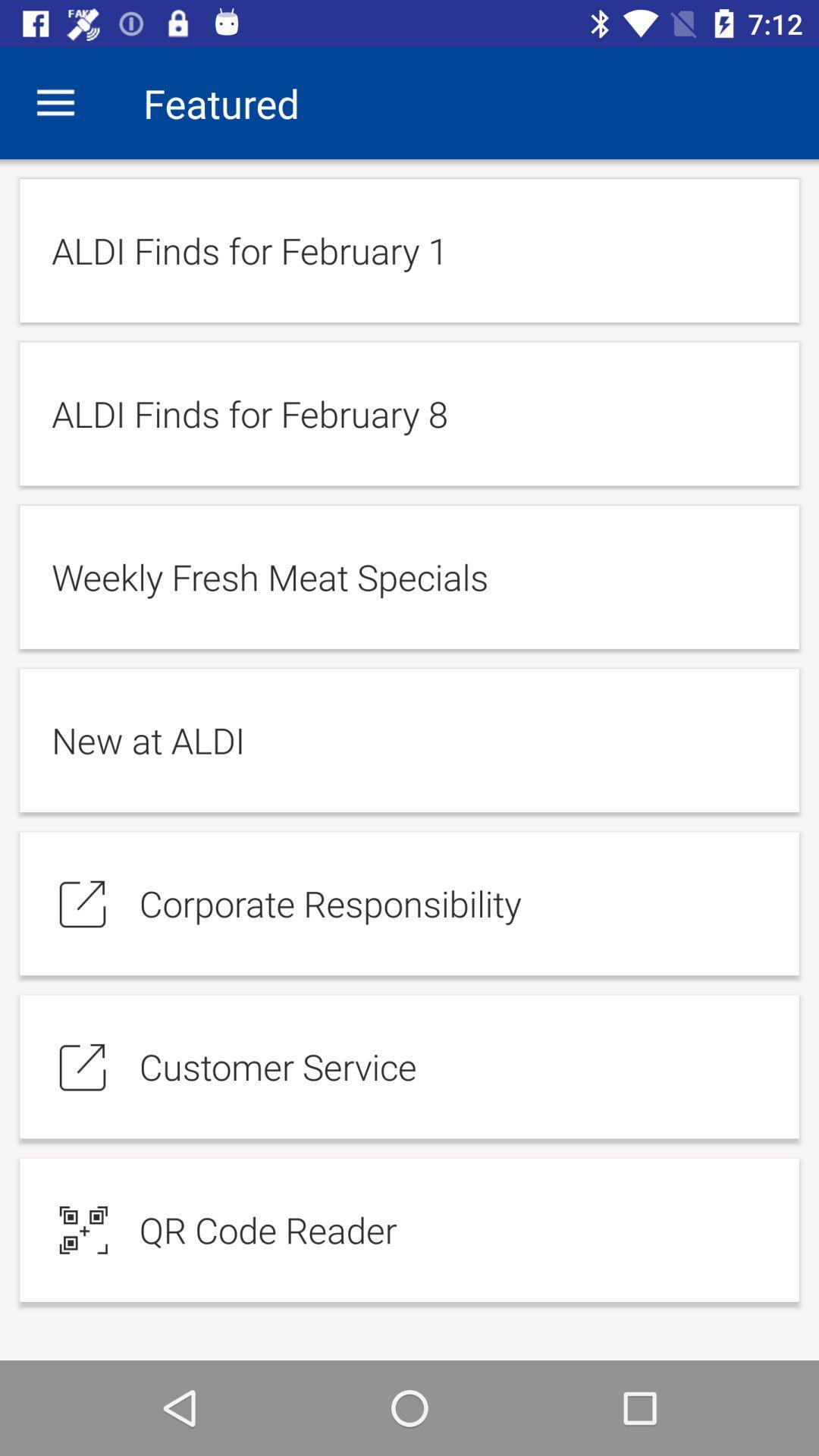 This screenshot has width=819, height=1456. What do you see at coordinates (55, 102) in the screenshot?
I see `the app next to the featured` at bounding box center [55, 102].